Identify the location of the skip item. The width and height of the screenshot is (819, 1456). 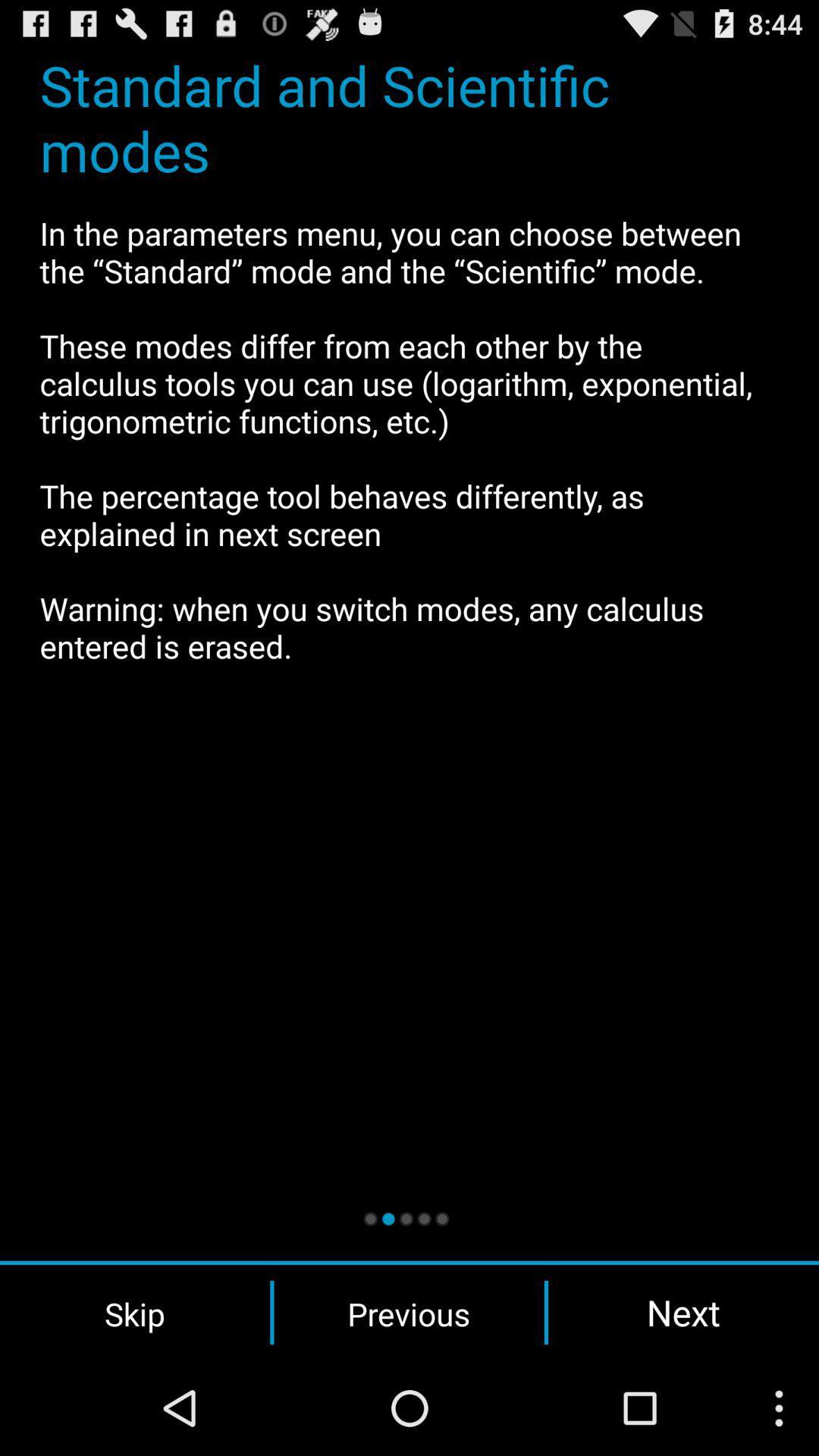
(134, 1312).